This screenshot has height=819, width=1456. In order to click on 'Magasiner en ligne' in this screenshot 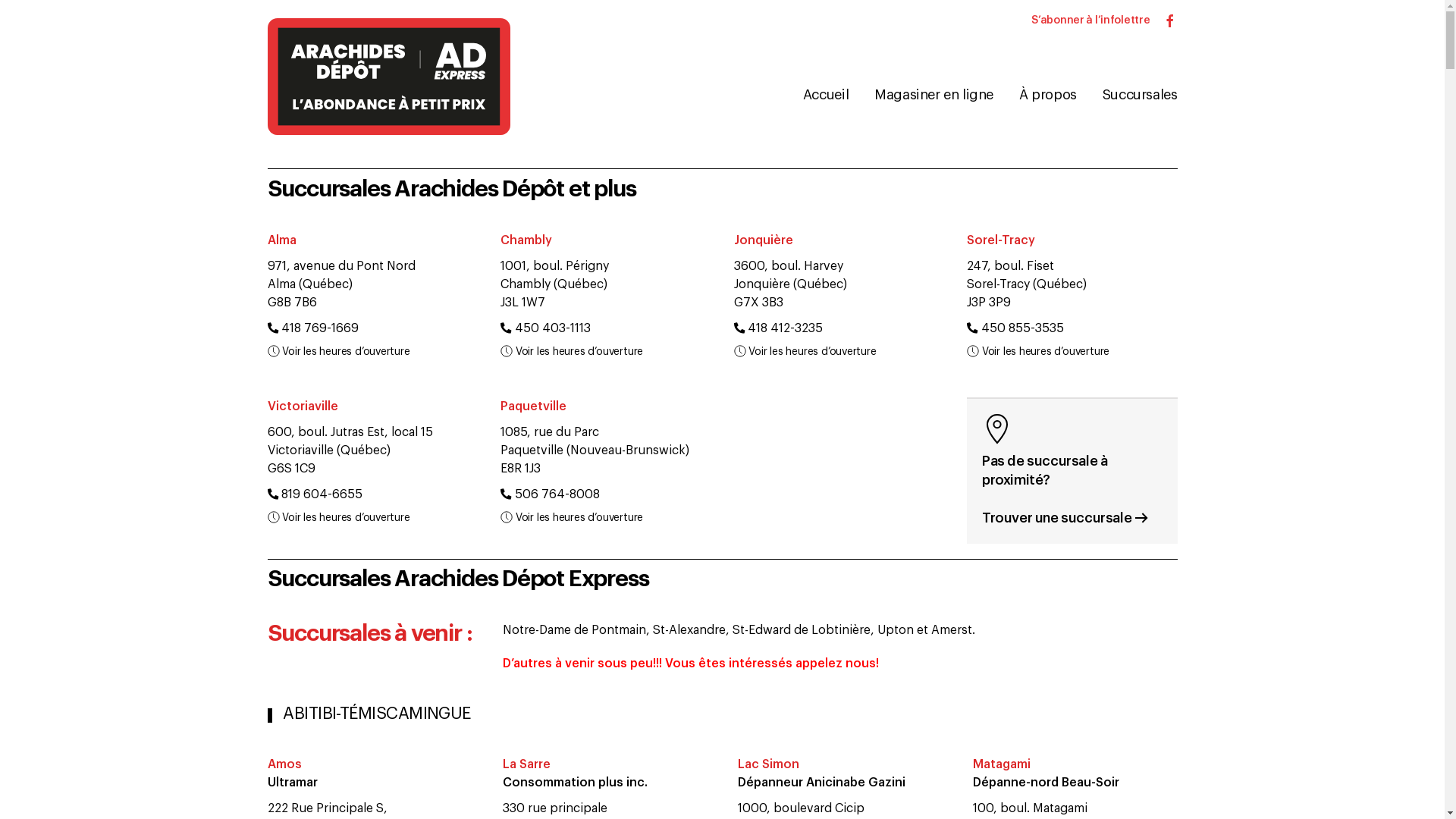, I will do `click(932, 95)`.